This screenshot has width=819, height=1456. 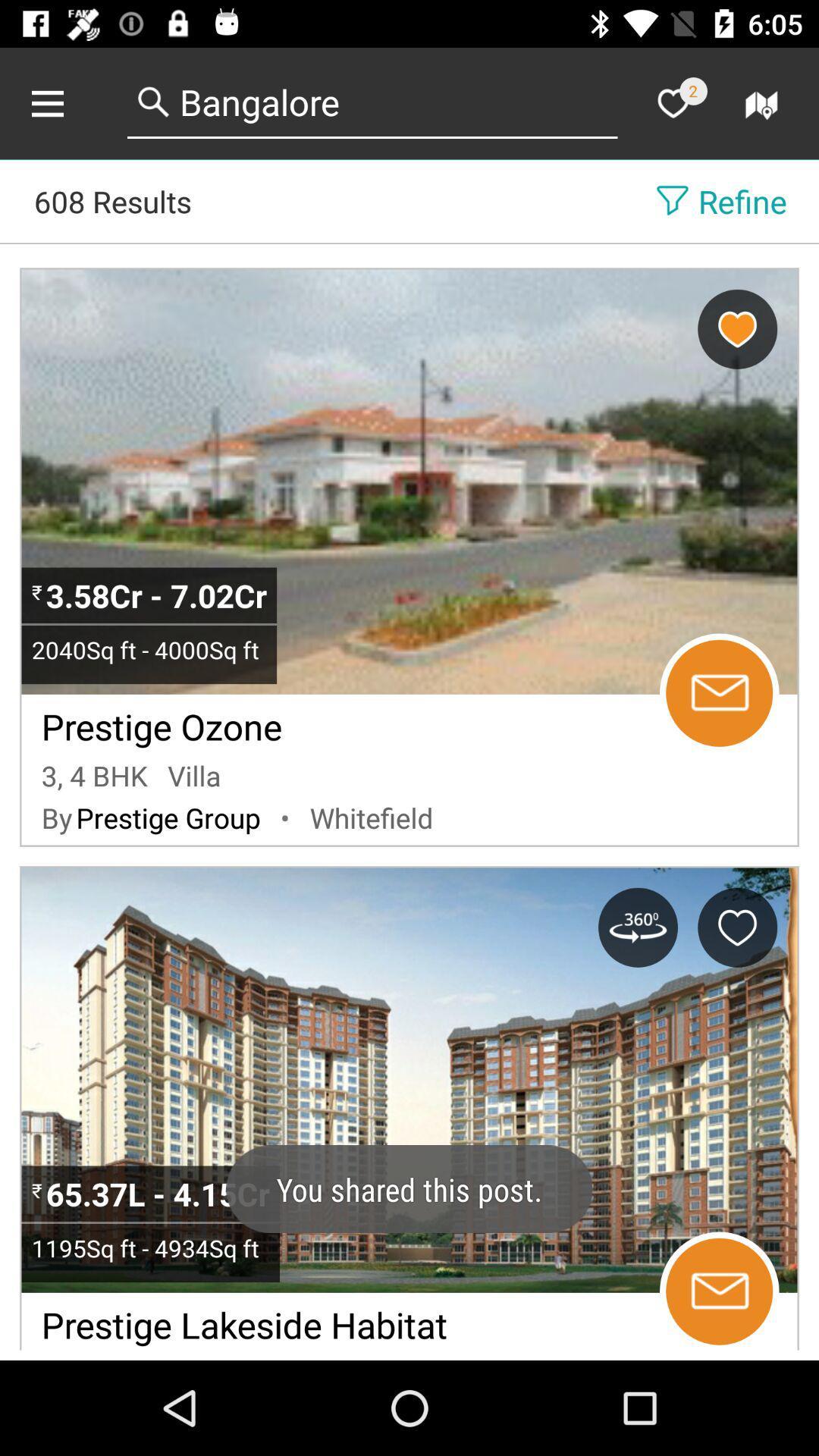 I want to click on 360 view, so click(x=638, y=927).